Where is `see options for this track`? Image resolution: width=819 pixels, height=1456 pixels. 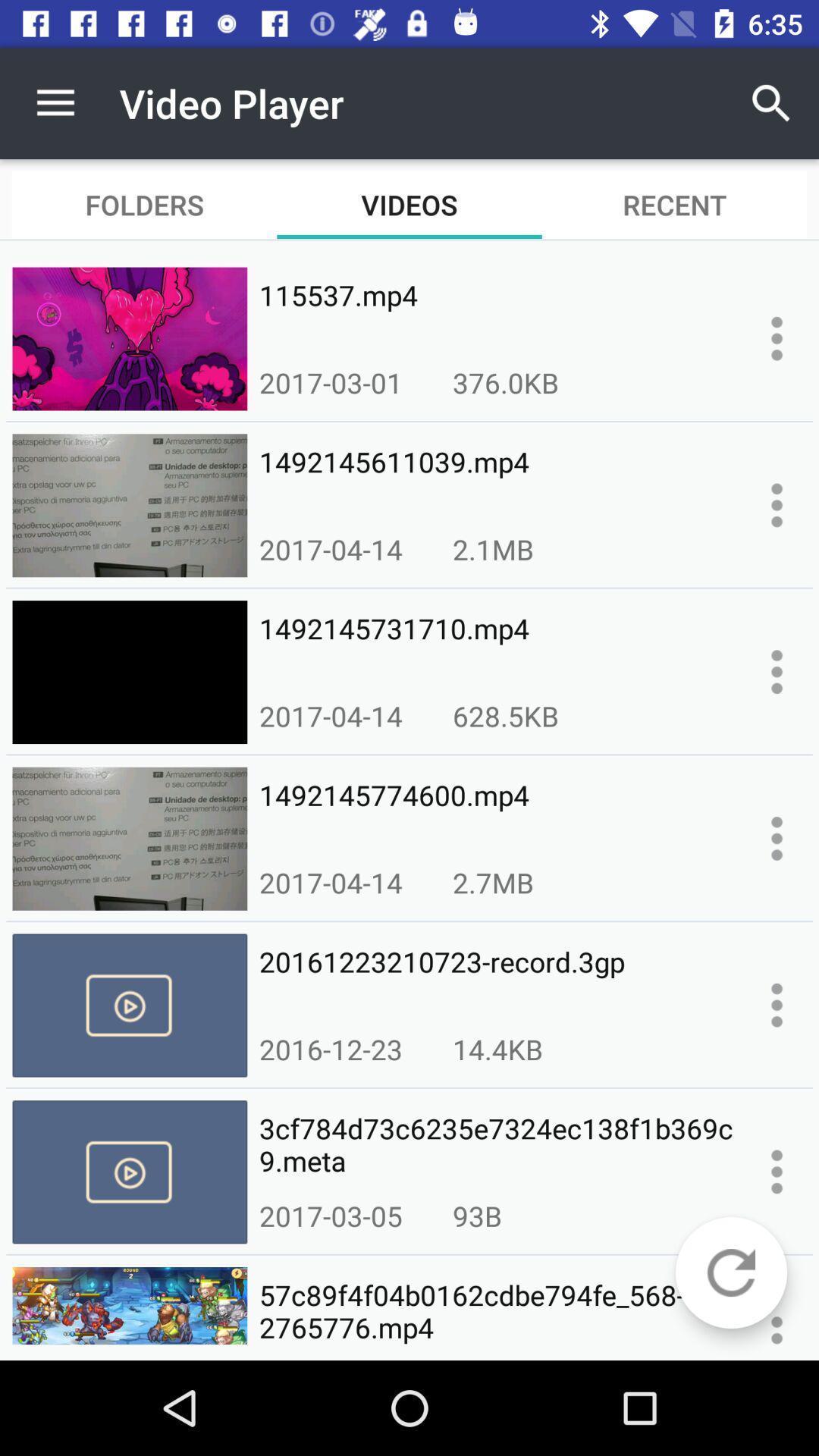 see options for this track is located at coordinates (777, 671).